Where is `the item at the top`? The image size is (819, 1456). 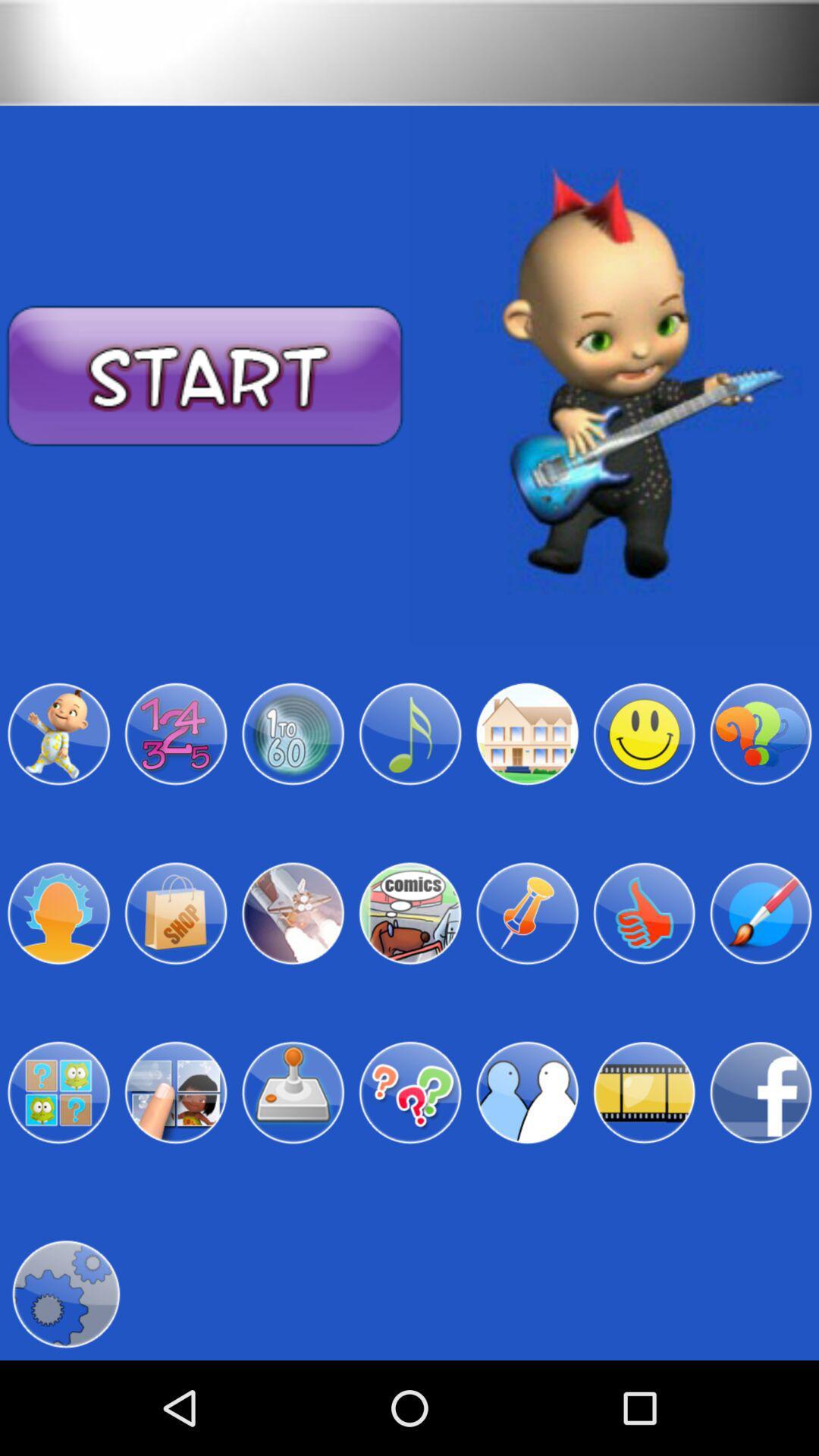 the item at the top is located at coordinates (409, 53).